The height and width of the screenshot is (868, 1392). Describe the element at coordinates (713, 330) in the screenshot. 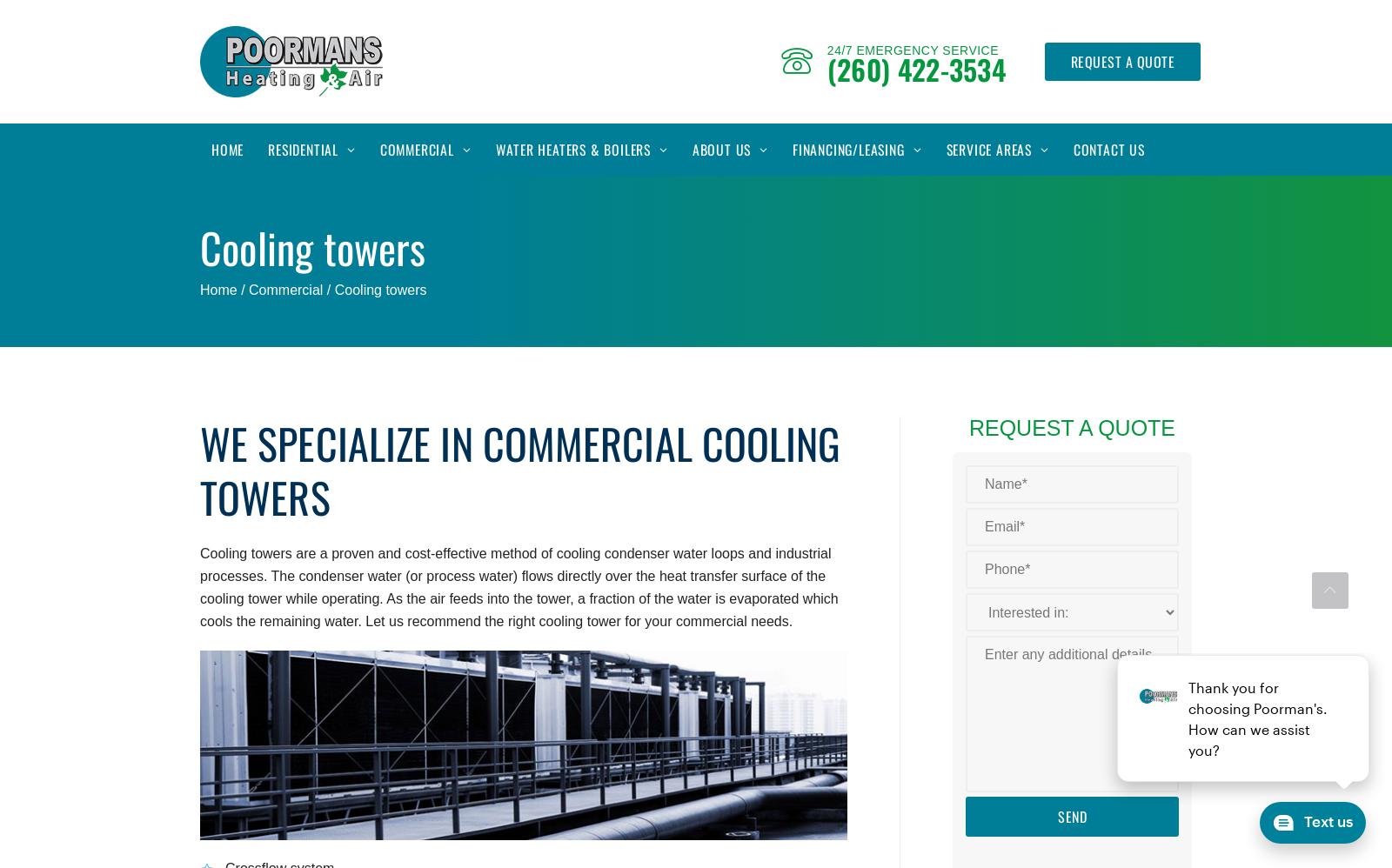

I see `'Careers'` at that location.